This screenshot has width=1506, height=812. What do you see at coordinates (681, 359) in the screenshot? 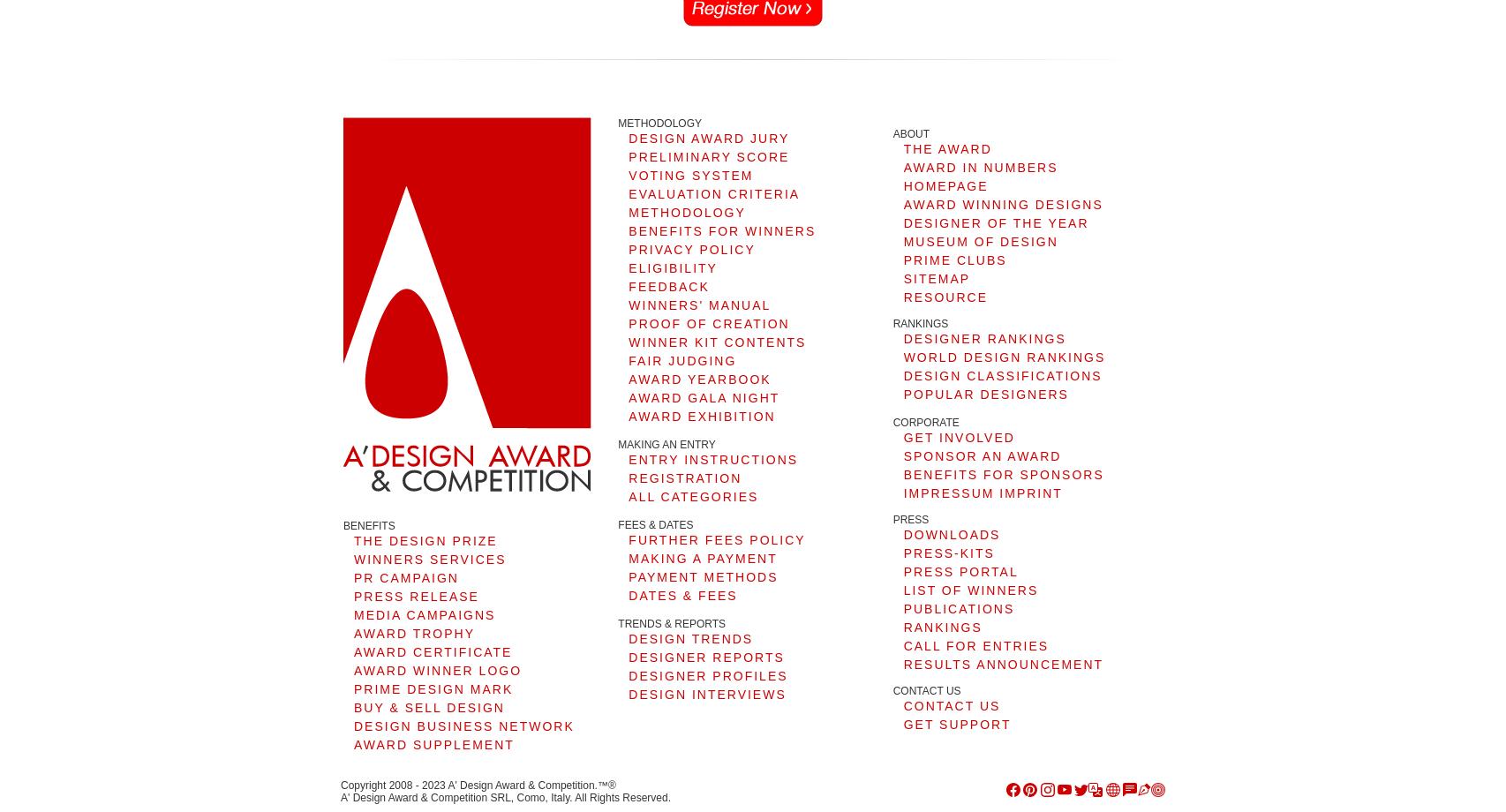
I see `'FAIR JUDGING'` at bounding box center [681, 359].